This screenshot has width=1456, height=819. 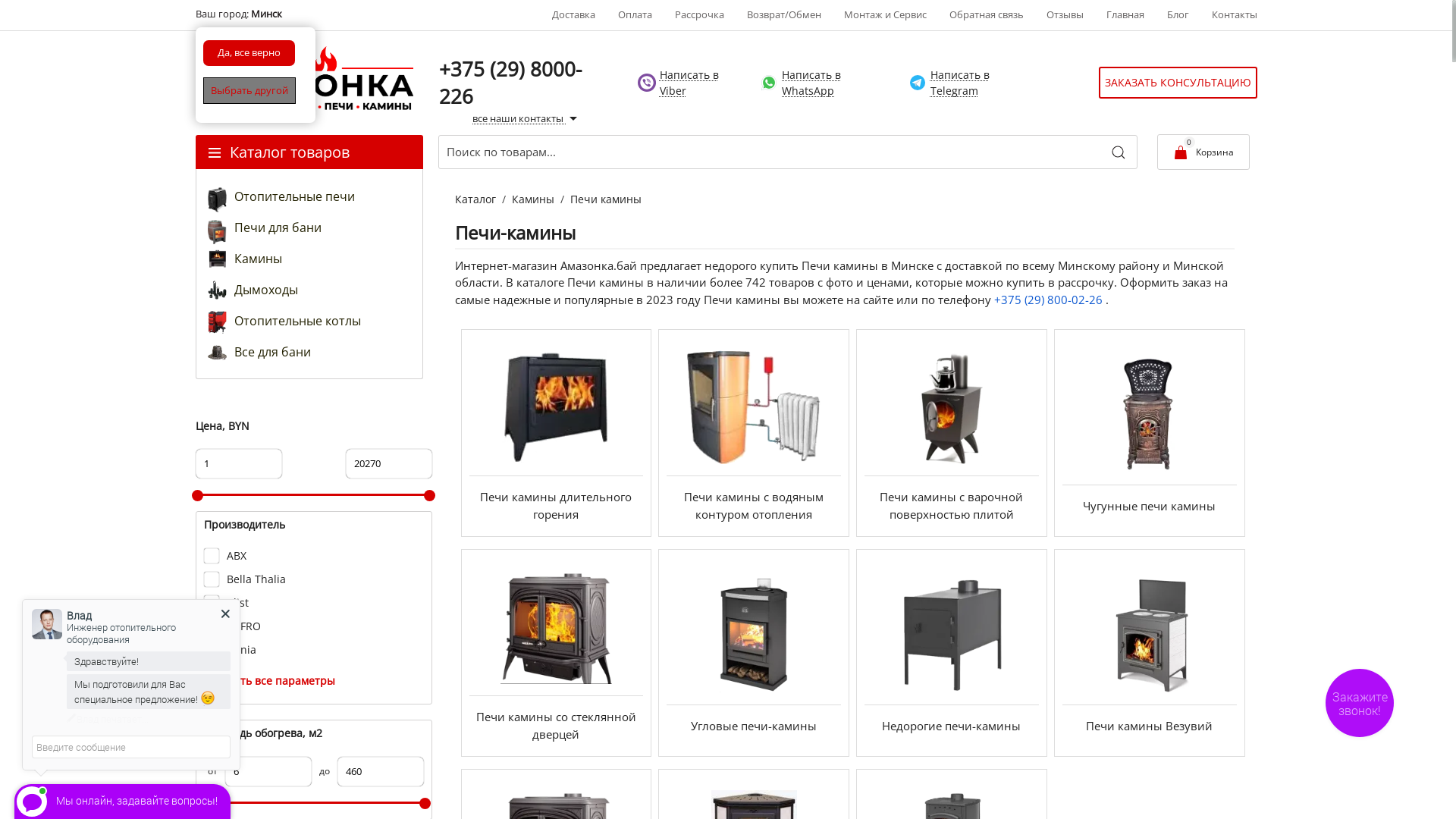 What do you see at coordinates (993, 299) in the screenshot?
I see `'+375 (29) 800-02-26'` at bounding box center [993, 299].